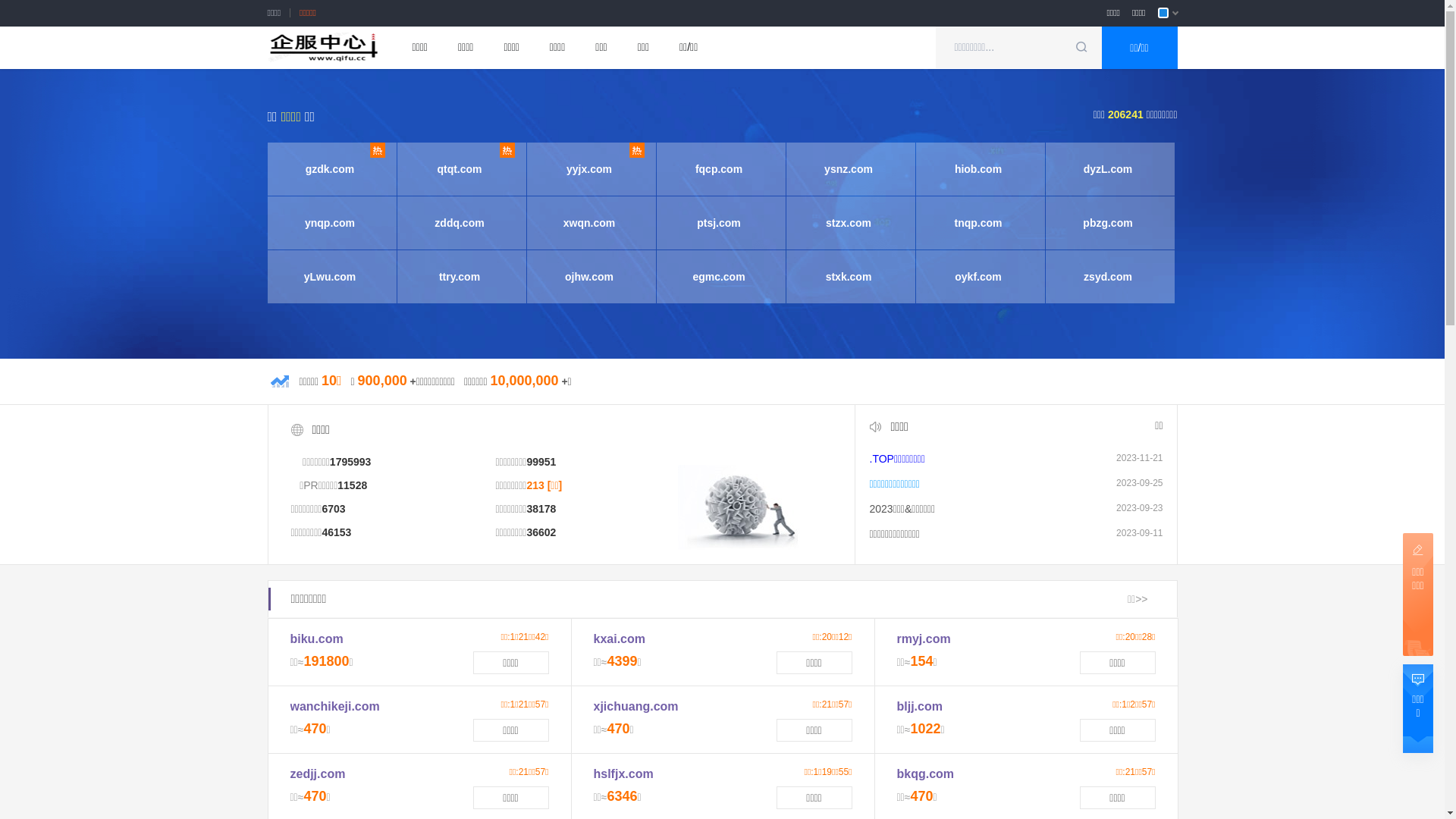 The image size is (1456, 819). I want to click on 'fqcp.com', so click(718, 169).